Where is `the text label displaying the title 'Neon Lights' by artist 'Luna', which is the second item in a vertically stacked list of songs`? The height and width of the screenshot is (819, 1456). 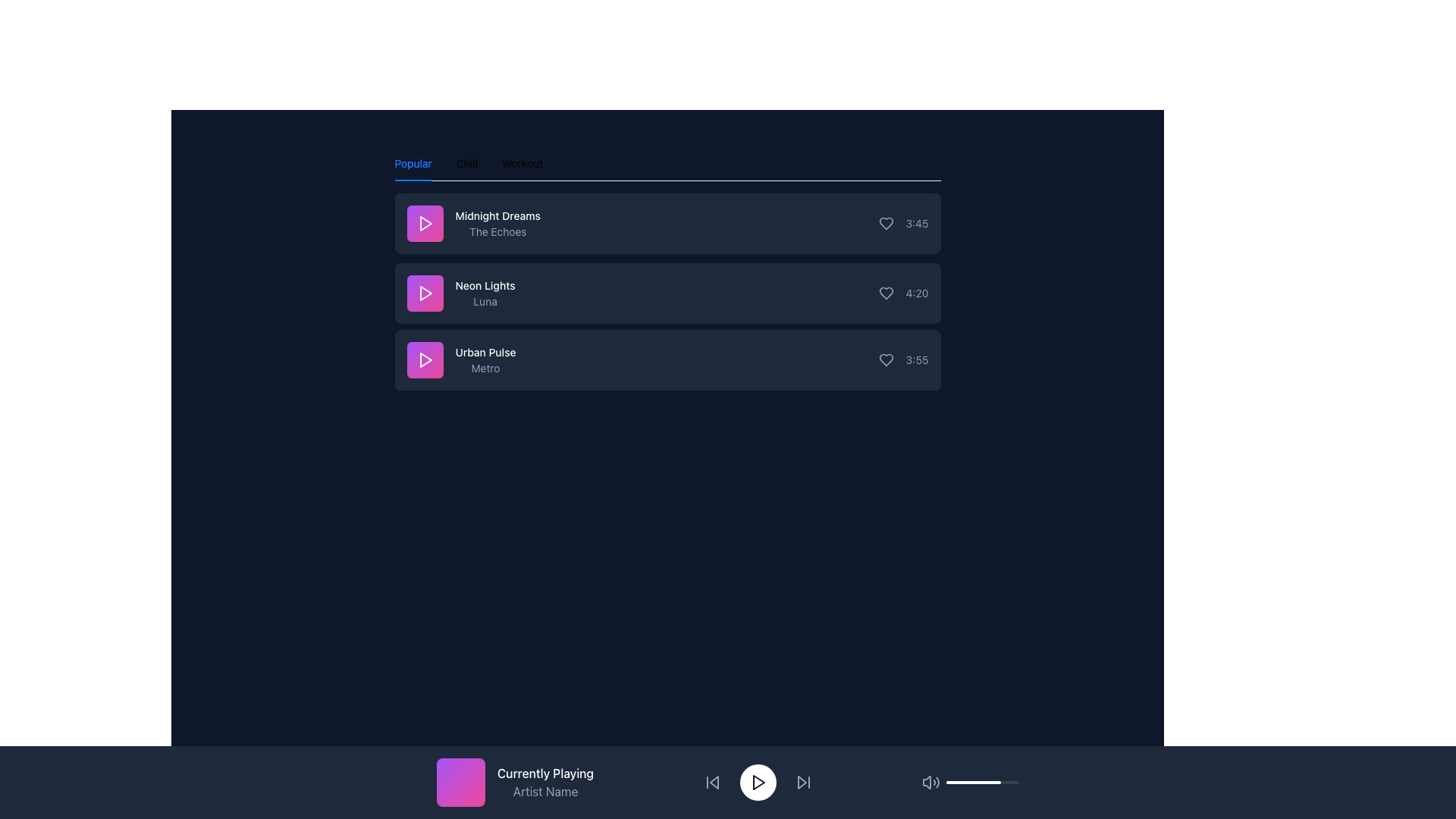
the text label displaying the title 'Neon Lights' by artist 'Luna', which is the second item in a vertically stacked list of songs is located at coordinates (485, 293).